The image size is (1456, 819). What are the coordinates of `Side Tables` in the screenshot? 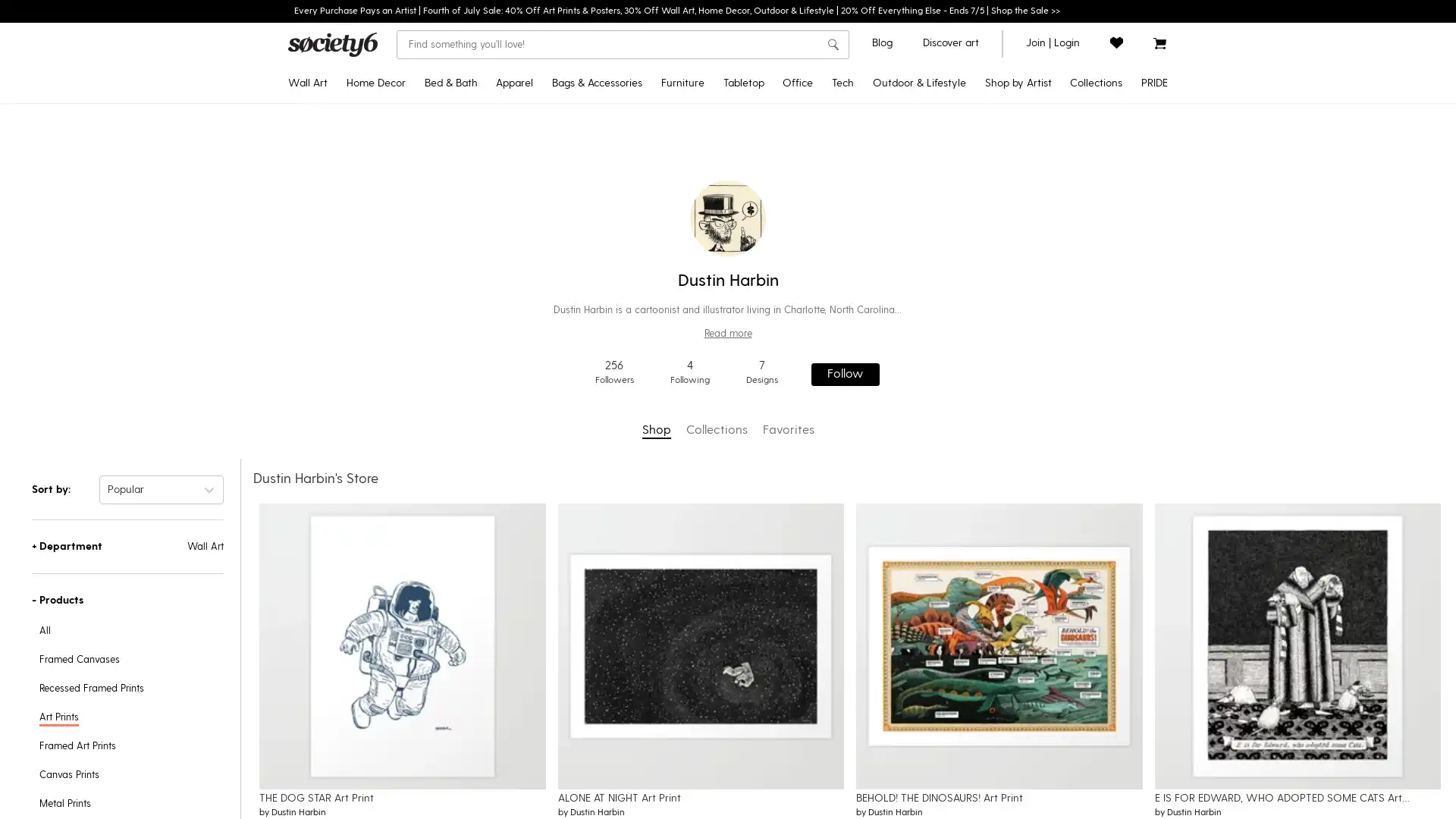 It's located at (708, 219).